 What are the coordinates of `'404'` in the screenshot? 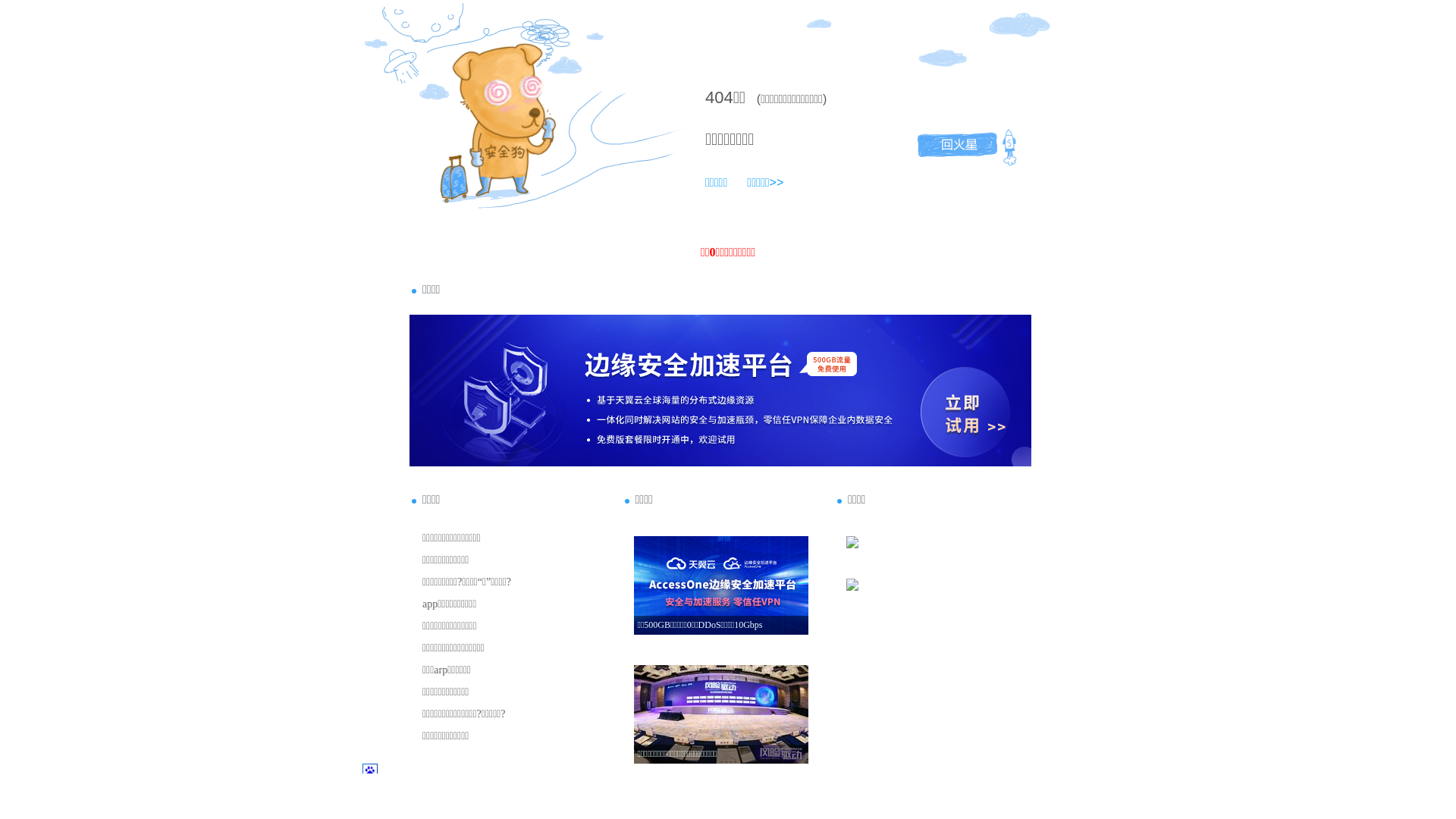 It's located at (718, 97).